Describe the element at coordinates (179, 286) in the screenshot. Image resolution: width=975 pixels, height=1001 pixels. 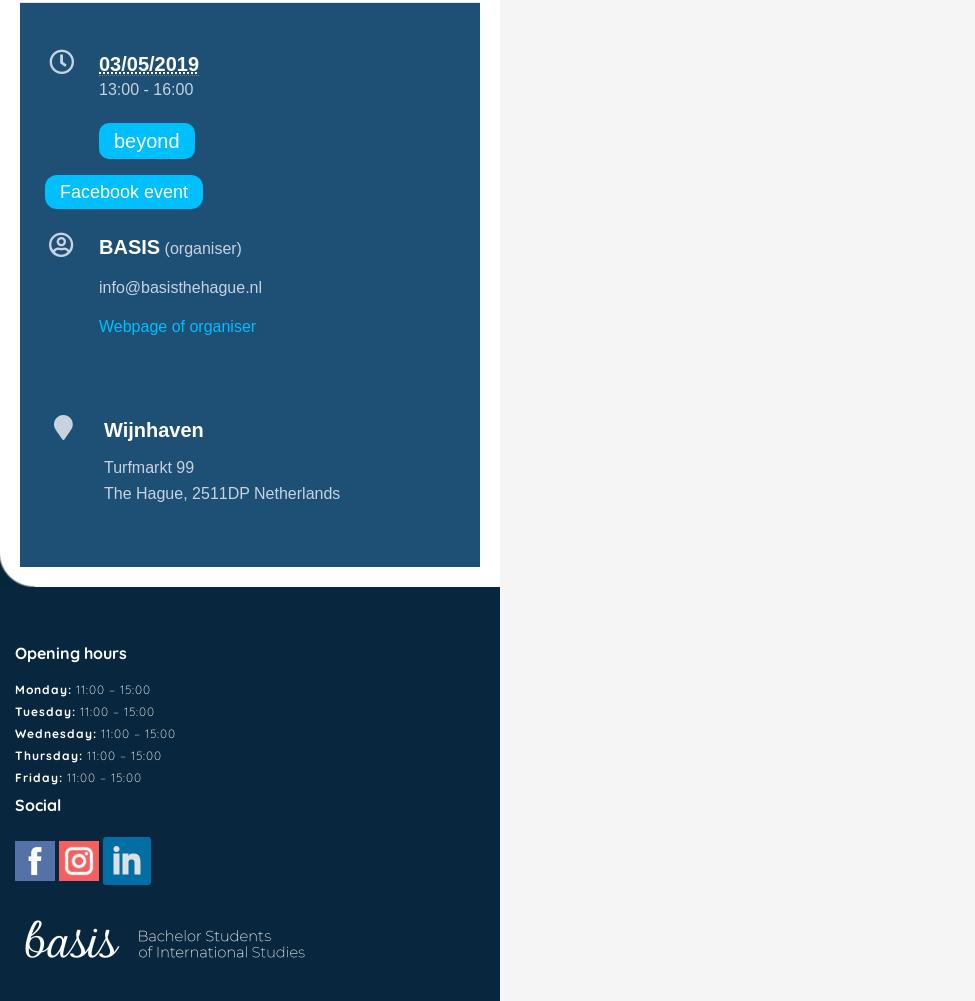
I see `'info@basisthehague.nl'` at that location.